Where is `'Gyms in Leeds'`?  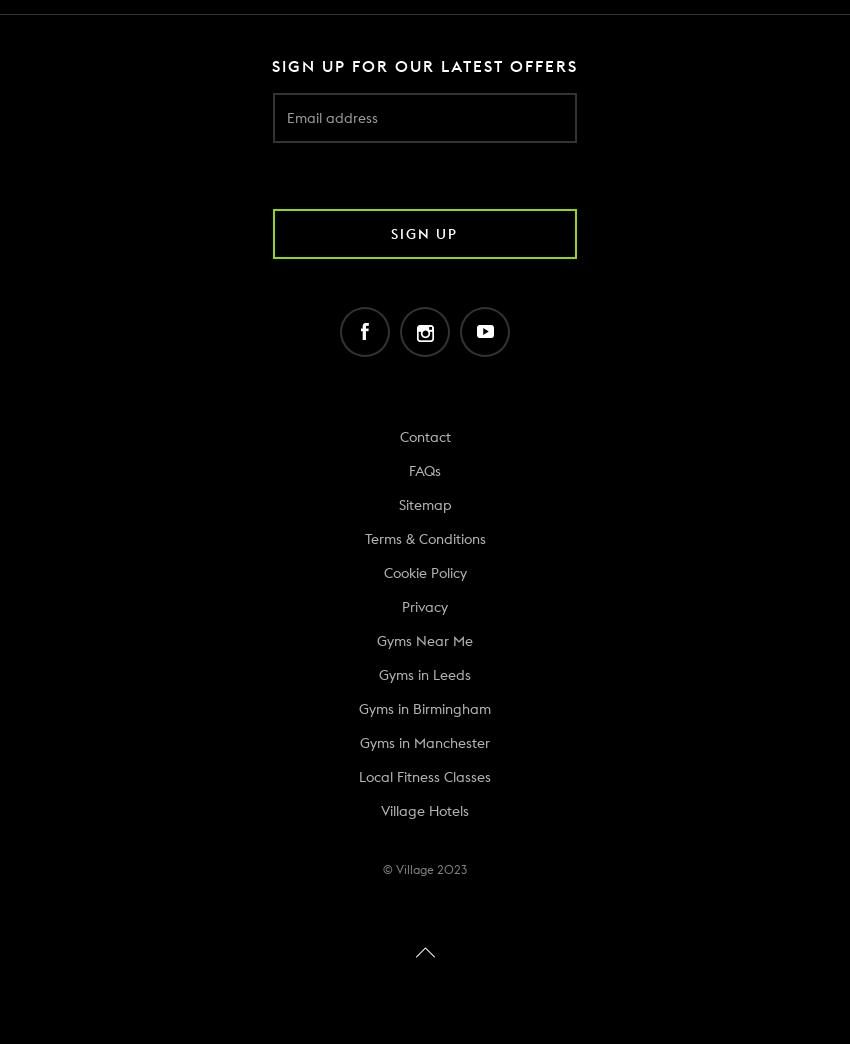
'Gyms in Leeds' is located at coordinates (425, 674).